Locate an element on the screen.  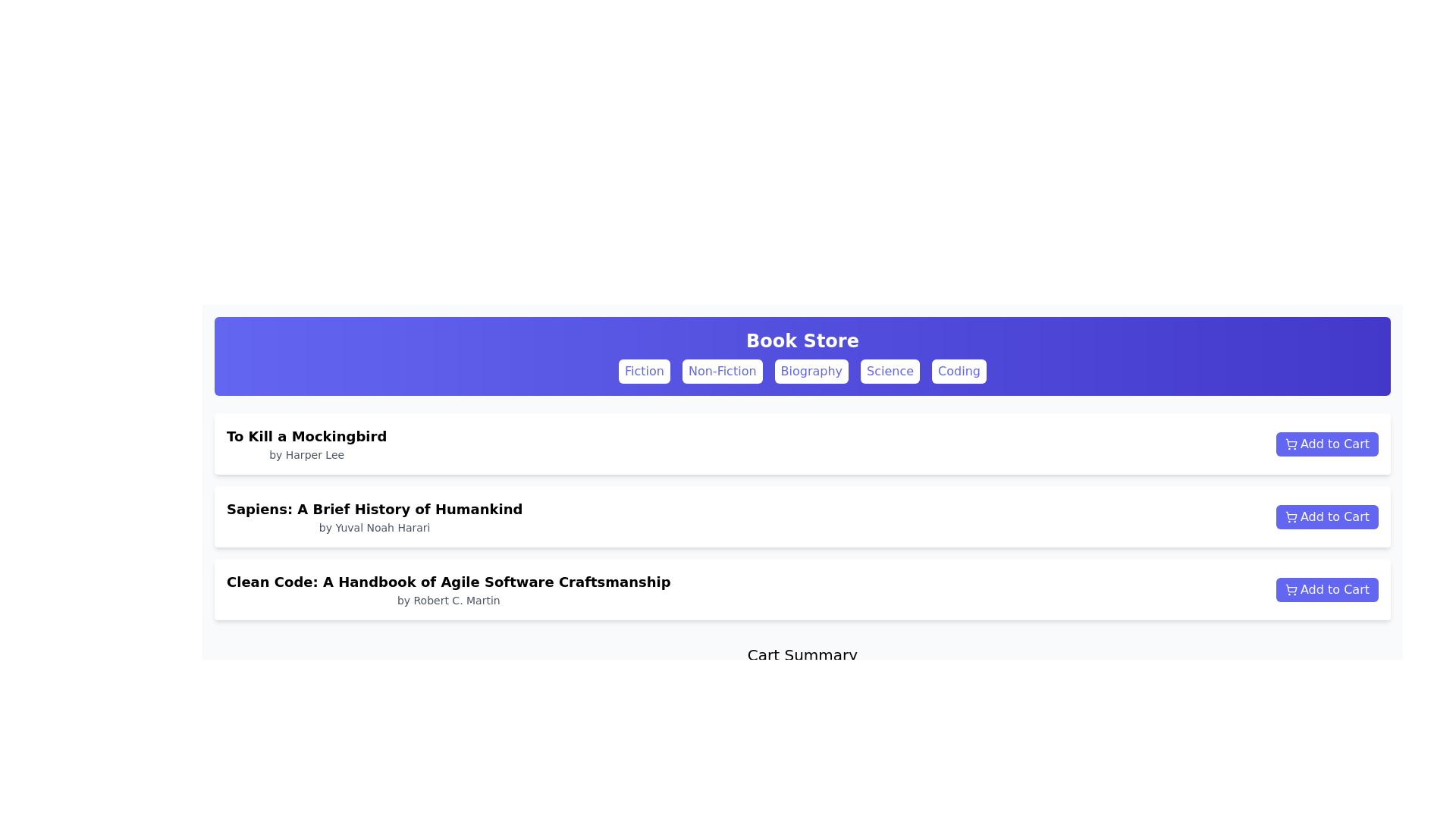
the 'Add to Cart' button is located at coordinates (1326, 589).